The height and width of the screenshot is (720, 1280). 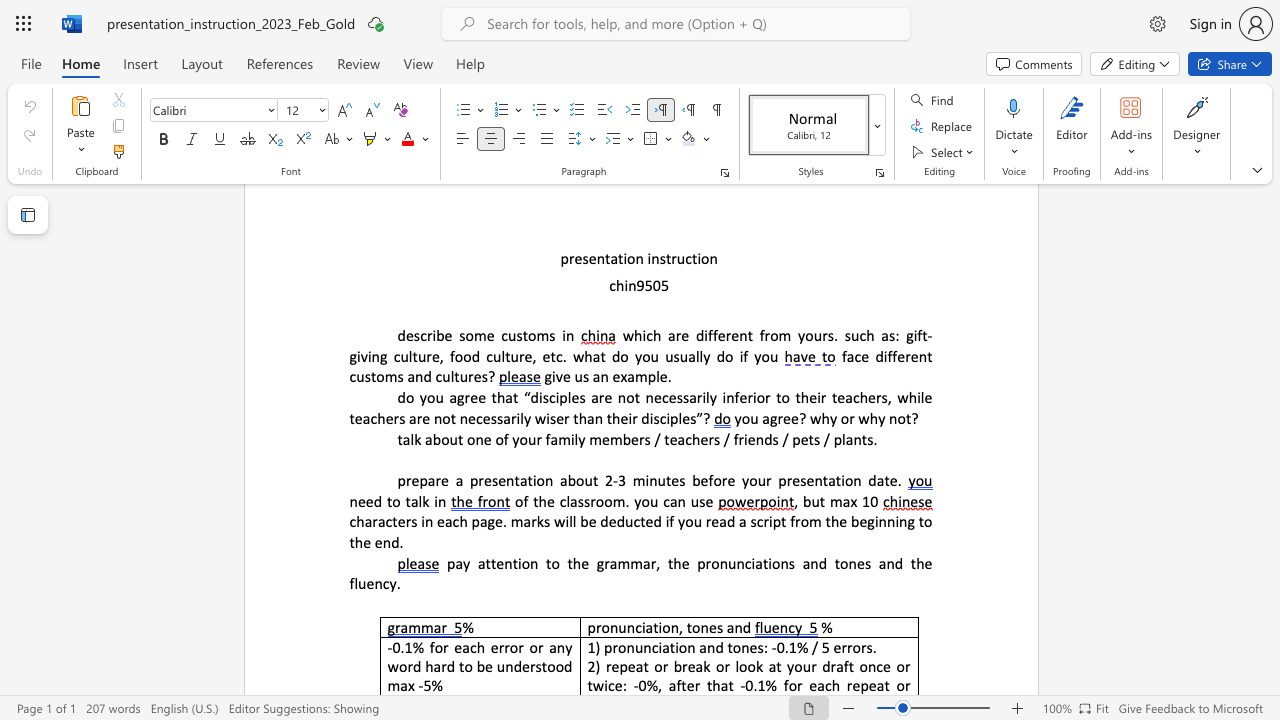 What do you see at coordinates (422, 684) in the screenshot?
I see `the subset text "5%" within the text "-0.1% for each error or any word hard to be understood max -5%"` at bounding box center [422, 684].